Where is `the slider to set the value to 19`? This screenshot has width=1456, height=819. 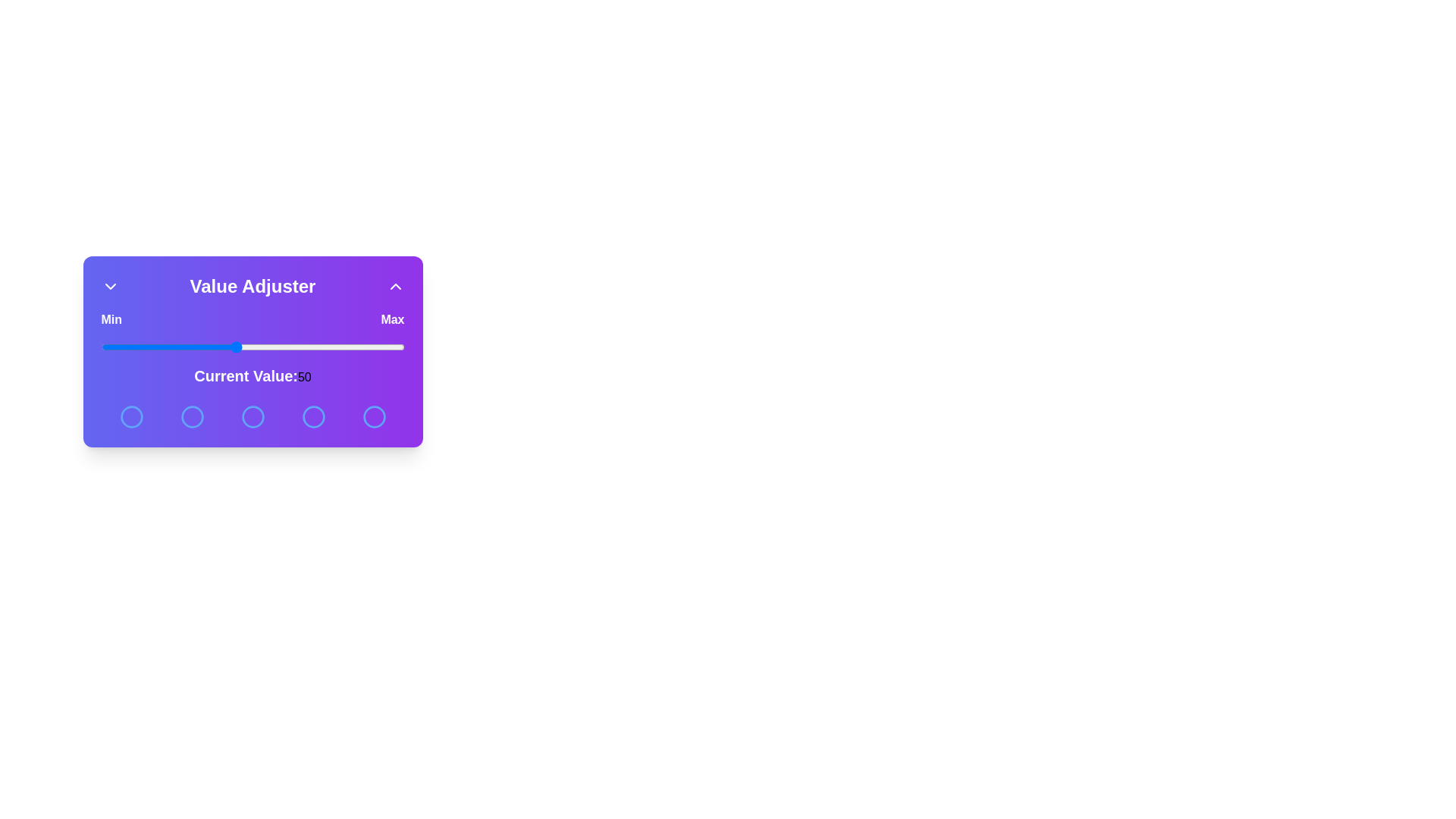 the slider to set the value to 19 is located at coordinates (131, 347).